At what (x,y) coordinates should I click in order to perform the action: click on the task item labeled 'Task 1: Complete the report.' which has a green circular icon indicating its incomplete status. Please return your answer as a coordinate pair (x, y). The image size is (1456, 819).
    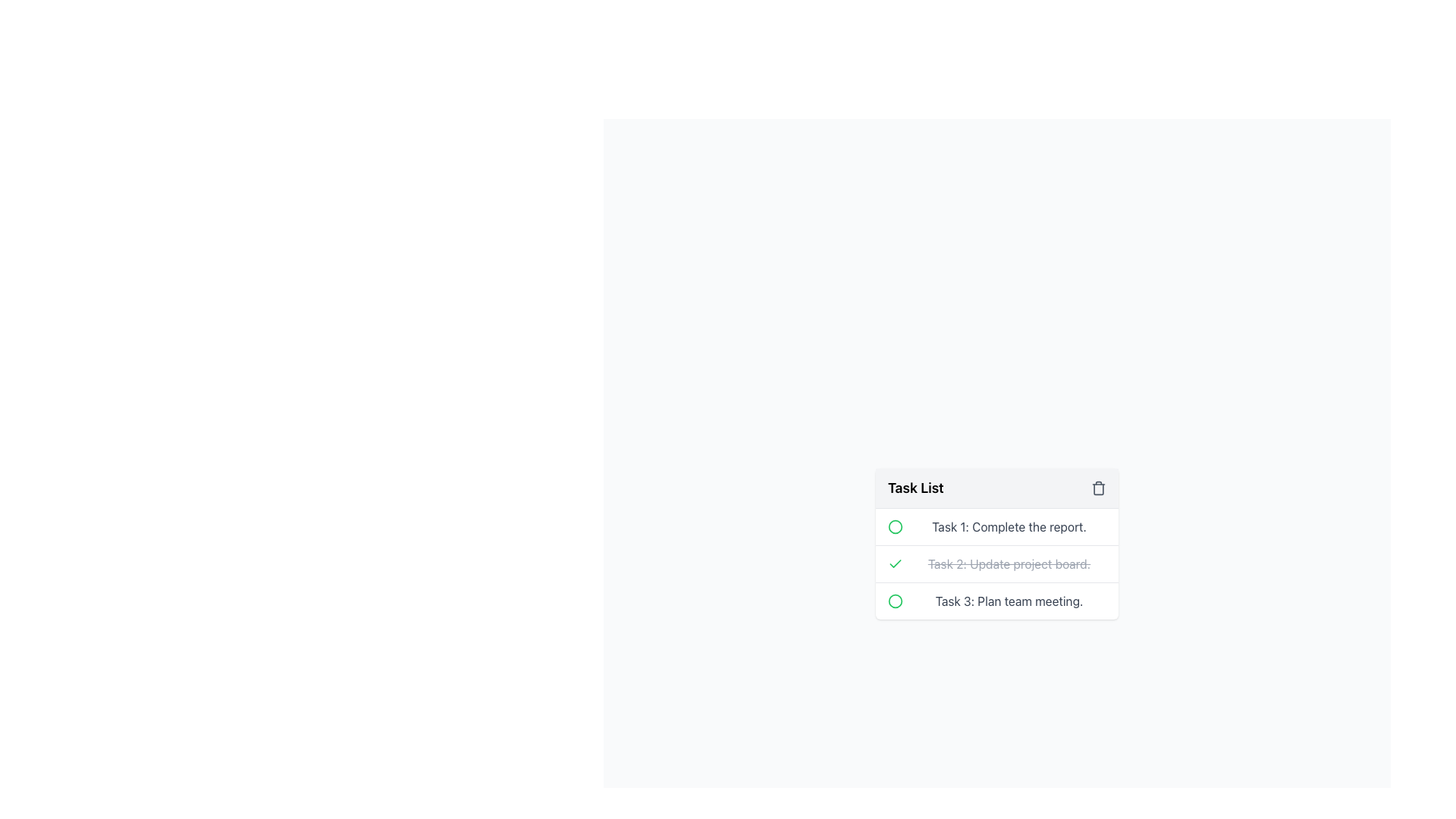
    Looking at the image, I should click on (997, 526).